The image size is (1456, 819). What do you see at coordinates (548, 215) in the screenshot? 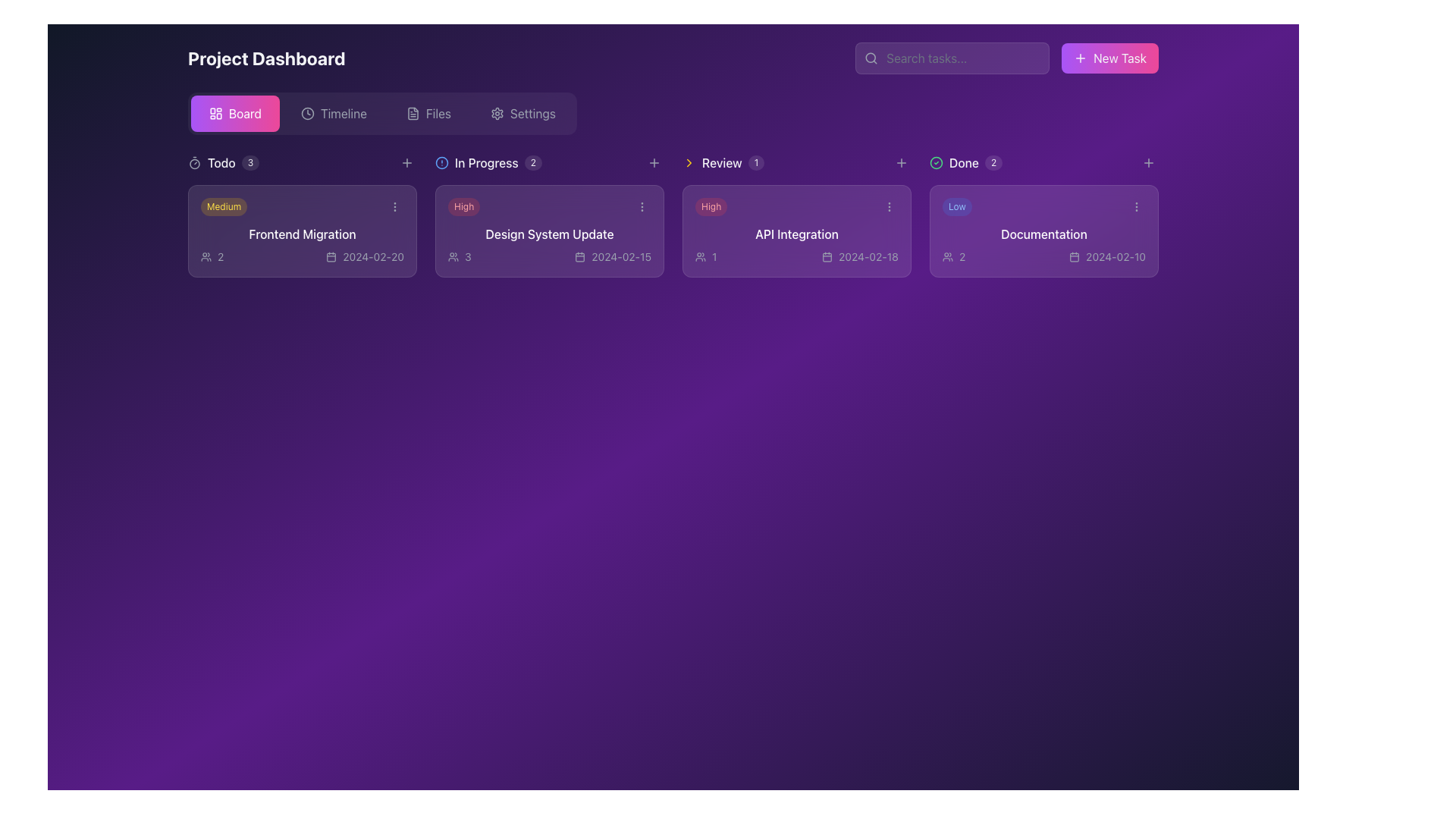
I see `the 'Design System Update' task card from the 'In Progress' column` at bounding box center [548, 215].